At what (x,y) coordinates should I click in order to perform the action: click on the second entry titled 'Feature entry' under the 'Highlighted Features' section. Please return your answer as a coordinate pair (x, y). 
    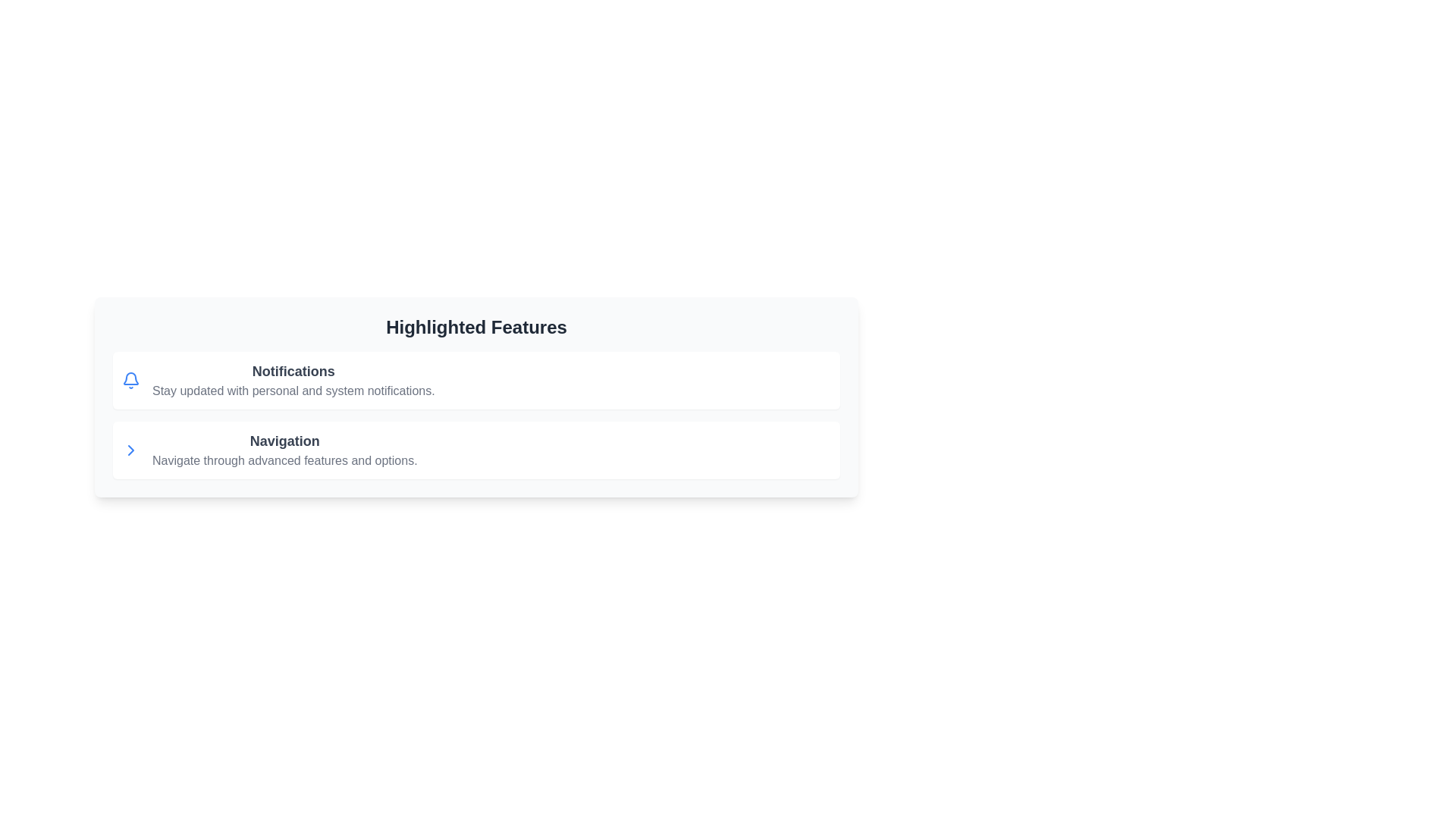
    Looking at the image, I should click on (475, 450).